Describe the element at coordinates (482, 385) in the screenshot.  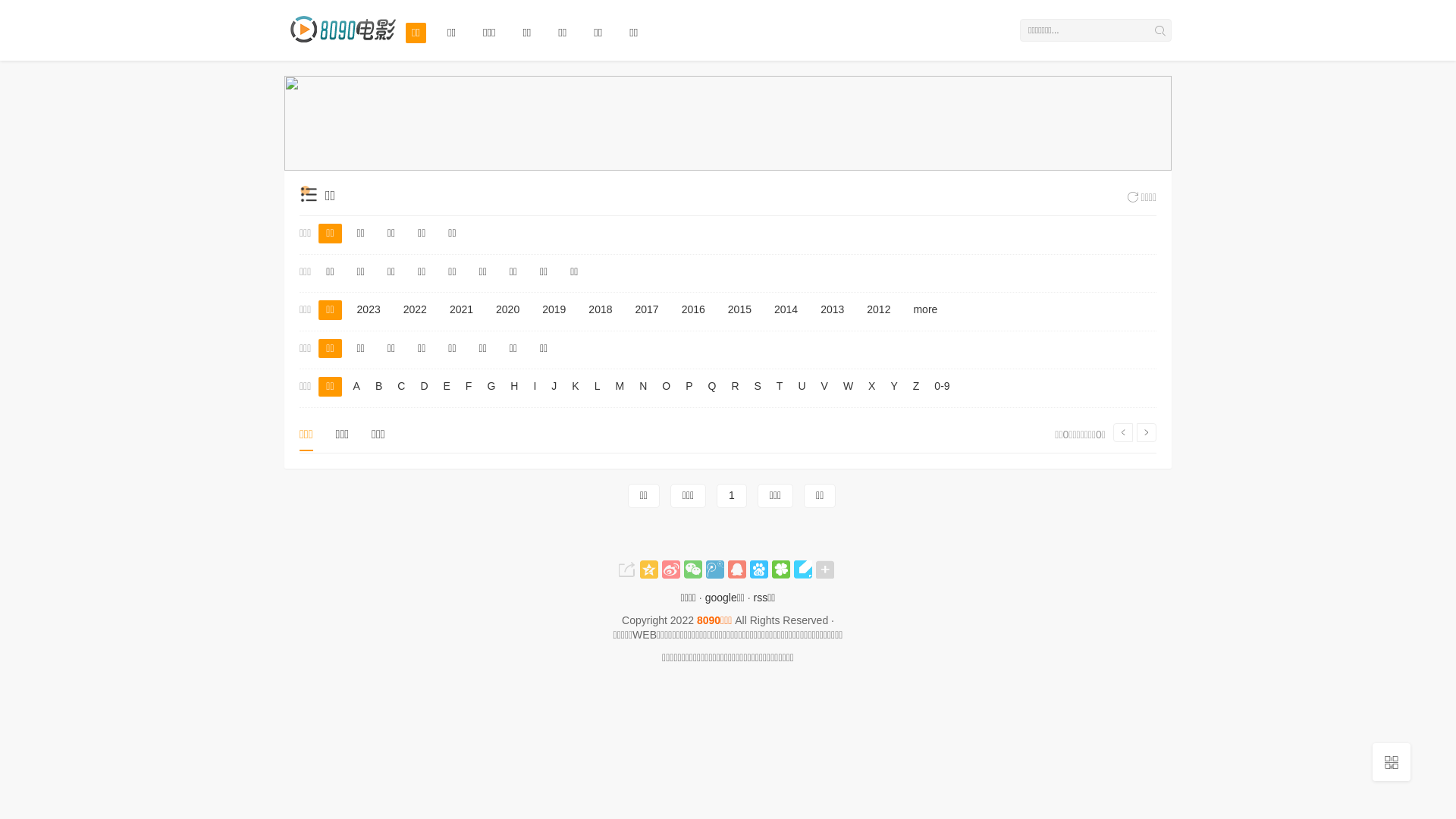
I see `'G'` at that location.